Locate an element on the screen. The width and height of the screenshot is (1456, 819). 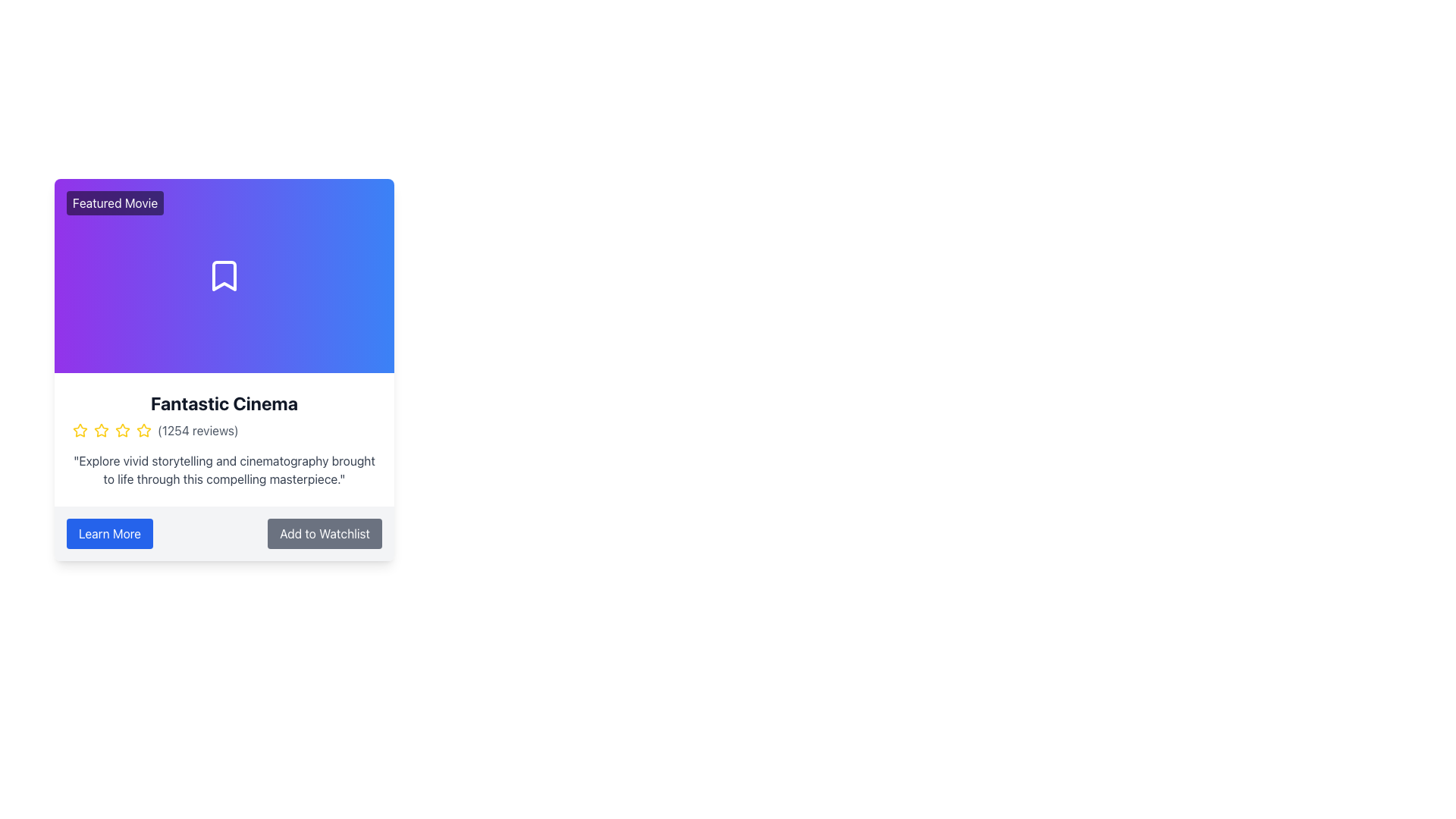
the third yellow star-shaped icon to rate it in the star rating system for 'Fantastic Cinema' is located at coordinates (101, 430).